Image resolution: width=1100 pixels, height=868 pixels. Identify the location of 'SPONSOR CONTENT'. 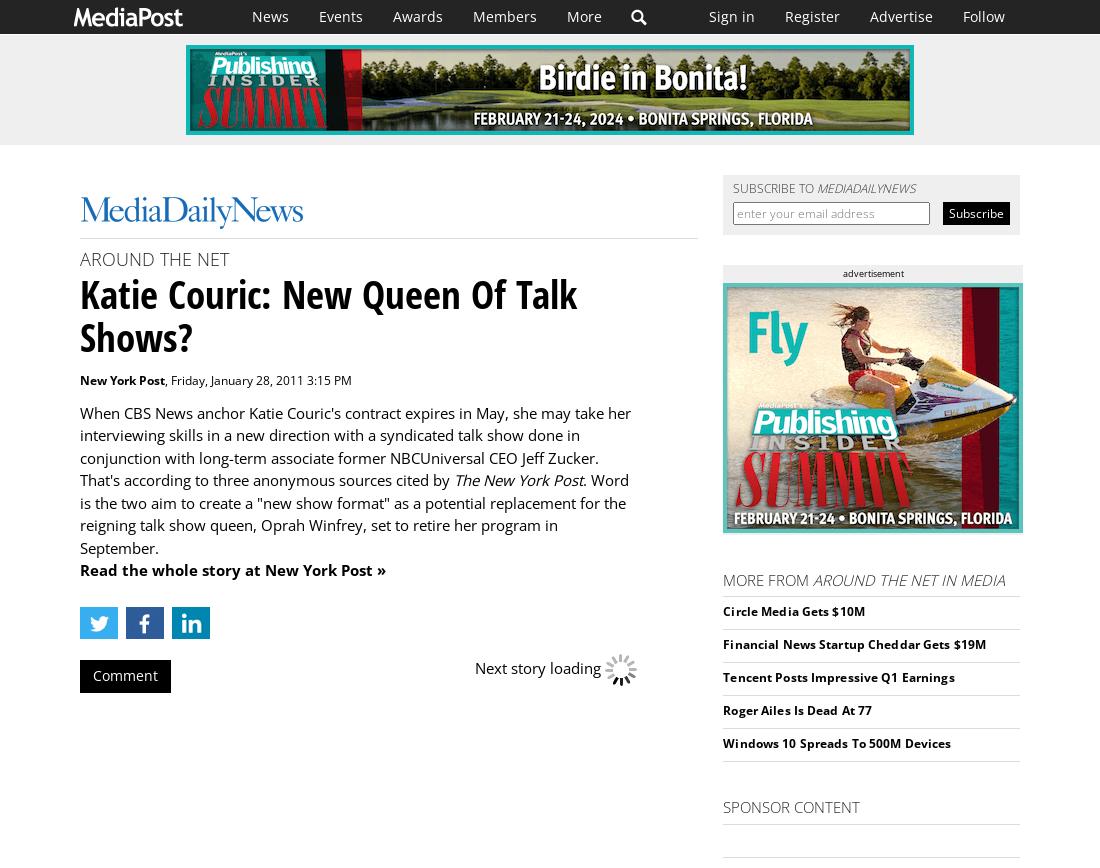
(791, 806).